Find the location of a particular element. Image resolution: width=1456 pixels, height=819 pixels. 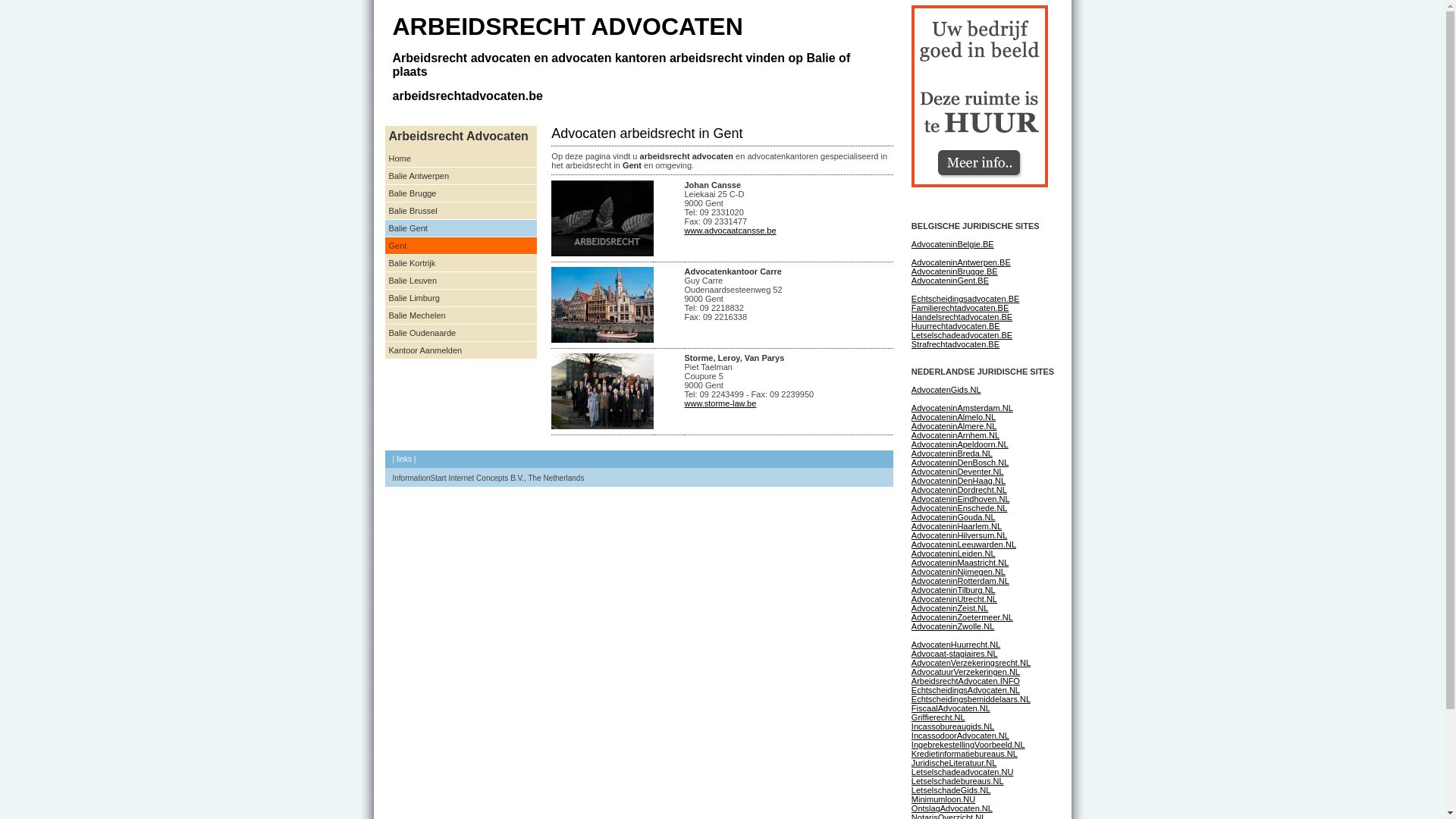

'JuridischeLiteratuur.NL' is located at coordinates (953, 763).